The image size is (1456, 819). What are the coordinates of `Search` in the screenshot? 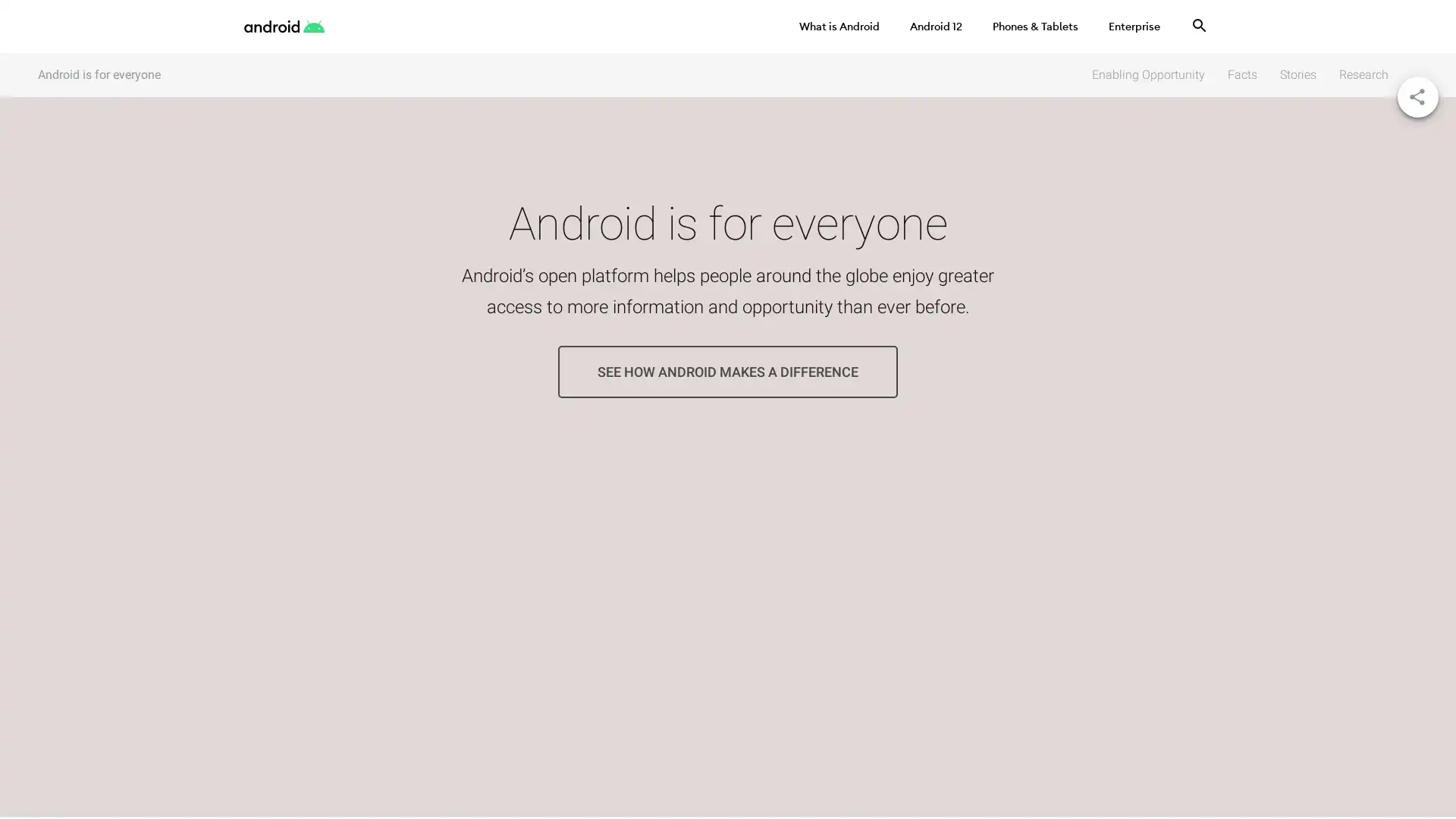 It's located at (1199, 26).